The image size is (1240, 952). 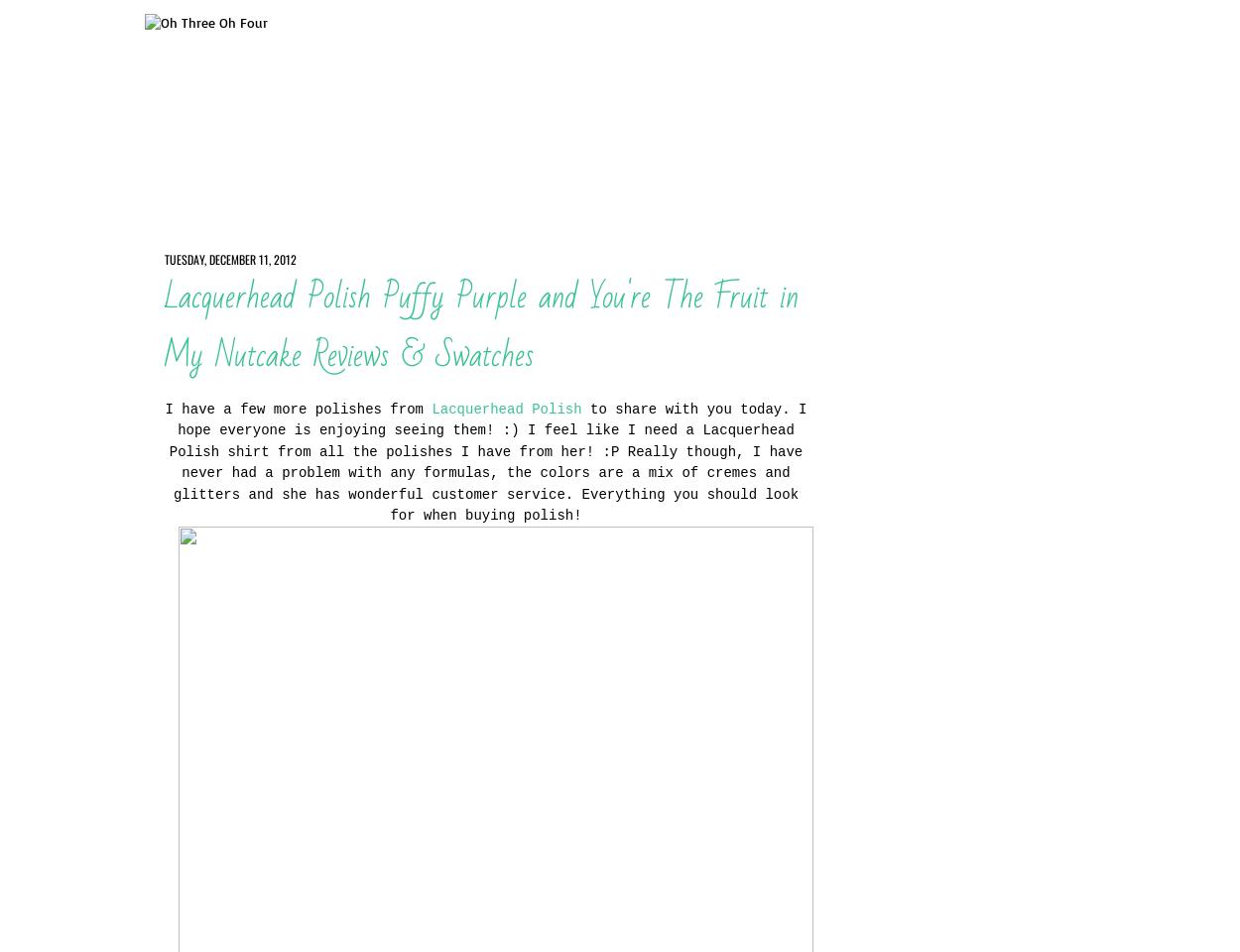 I want to click on 'Black Friday Deals', so click(x=899, y=180).